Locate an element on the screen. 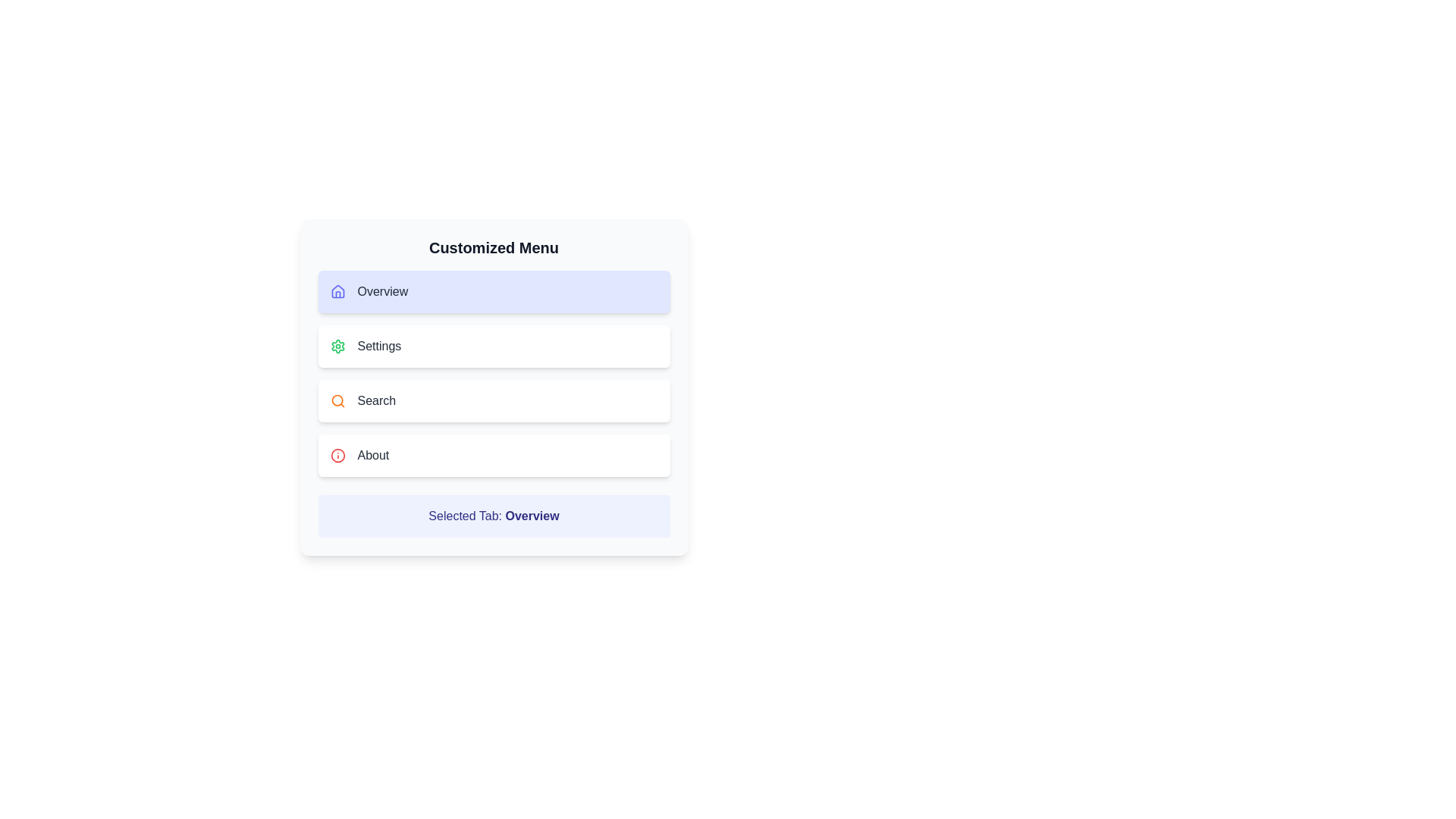 Image resolution: width=1456 pixels, height=819 pixels. the tab labeled About from the menu is located at coordinates (494, 455).